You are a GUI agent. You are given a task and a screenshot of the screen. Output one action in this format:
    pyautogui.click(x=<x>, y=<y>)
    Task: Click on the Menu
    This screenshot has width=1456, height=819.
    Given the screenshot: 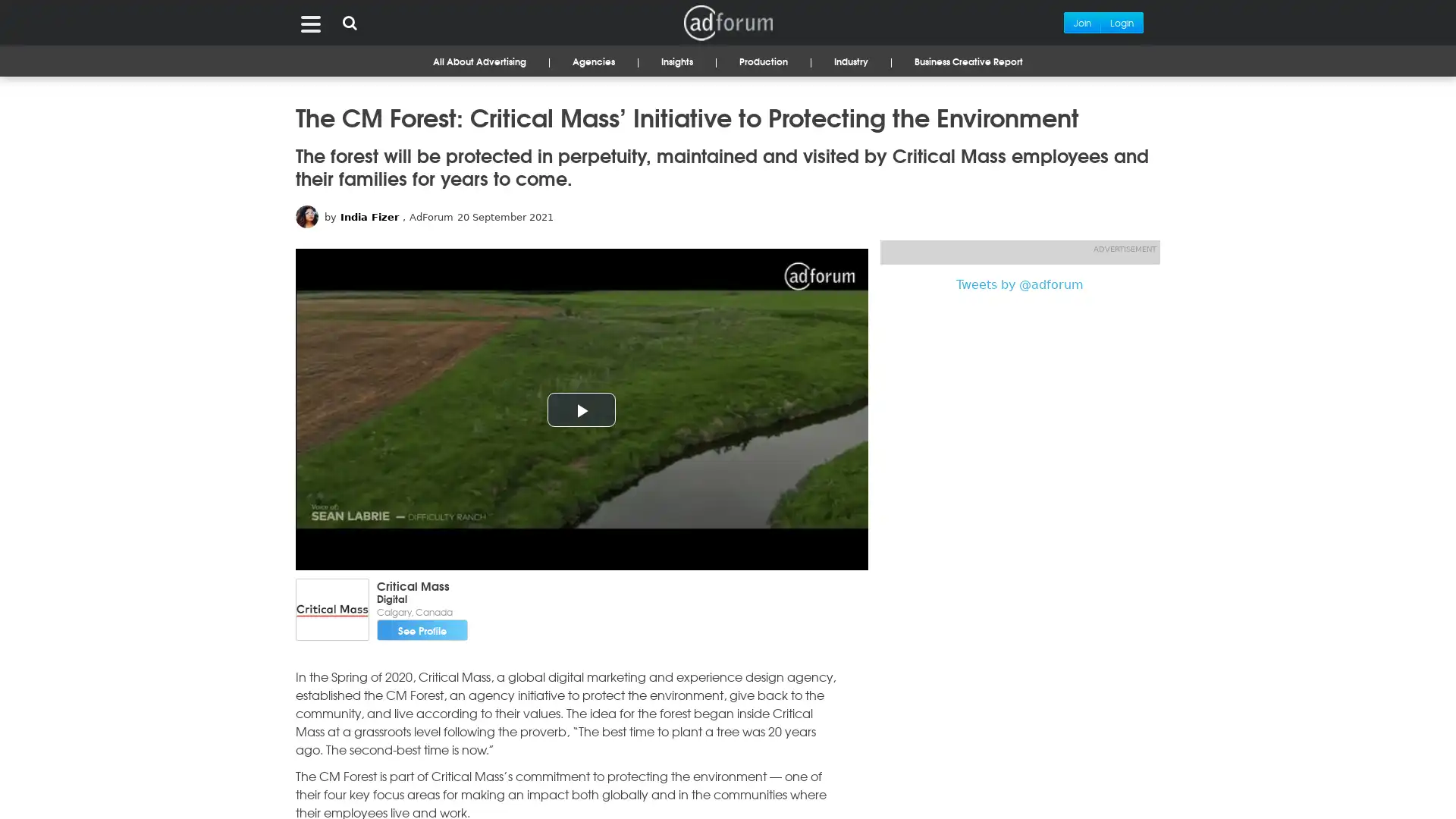 What is the action you would take?
    pyautogui.click(x=309, y=22)
    